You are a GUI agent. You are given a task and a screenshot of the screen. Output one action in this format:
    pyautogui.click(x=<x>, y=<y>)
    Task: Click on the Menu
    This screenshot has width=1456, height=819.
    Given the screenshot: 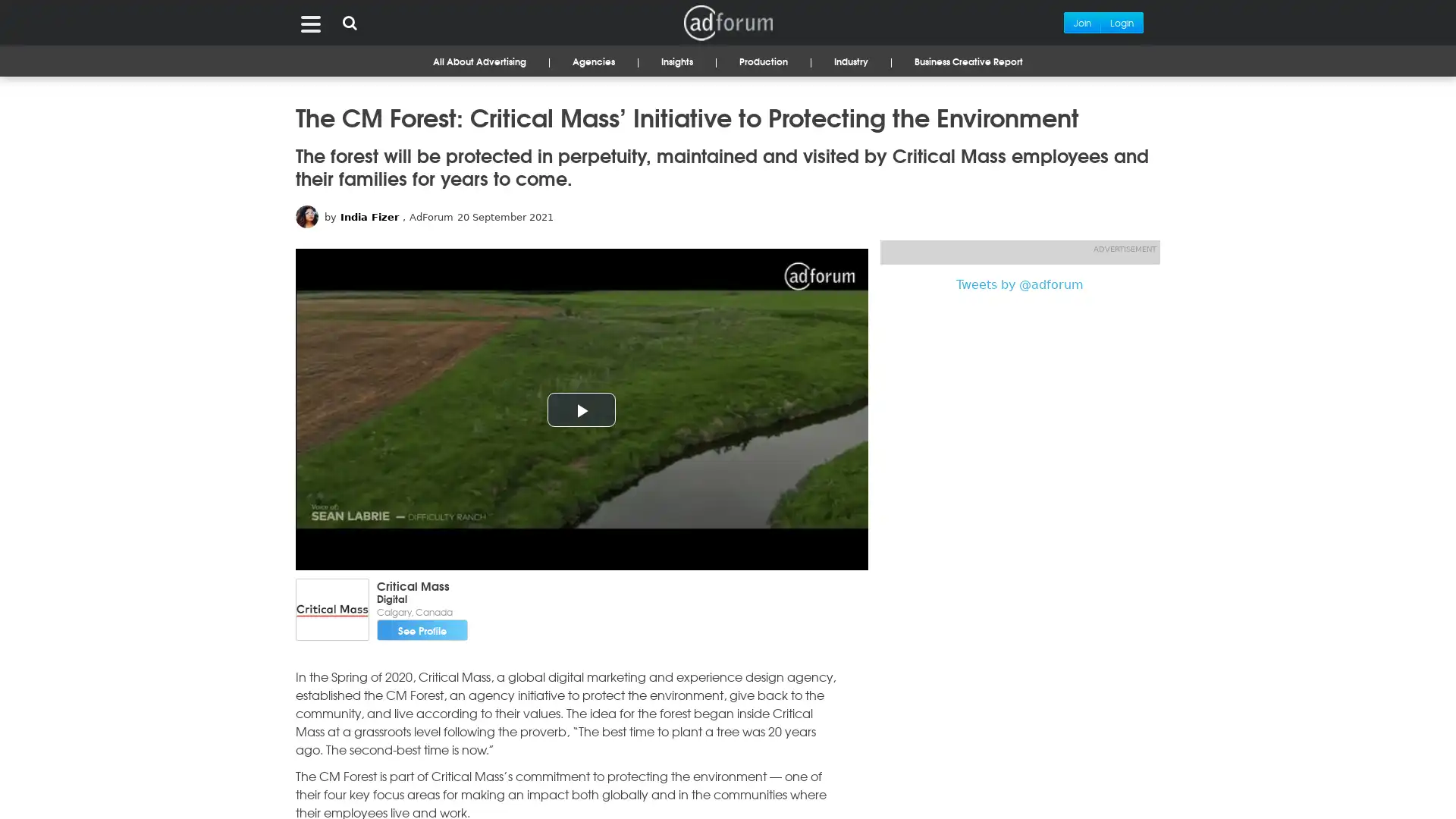 What is the action you would take?
    pyautogui.click(x=309, y=22)
    